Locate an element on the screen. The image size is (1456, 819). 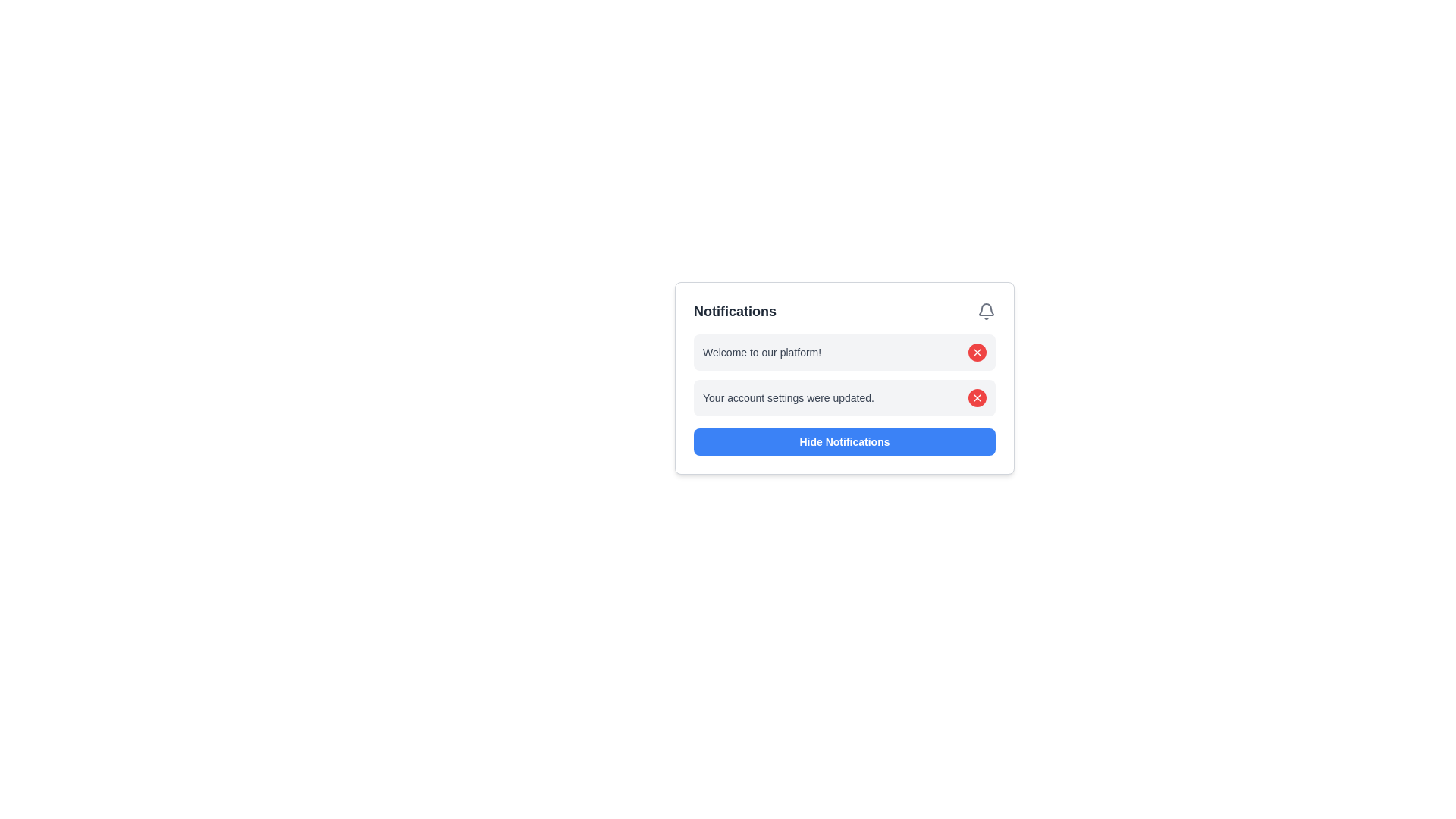
the non-interactive text element that displays the message 'Welcome to our platform!' located in the notification area, positioned under the 'Notifications' header is located at coordinates (762, 353).